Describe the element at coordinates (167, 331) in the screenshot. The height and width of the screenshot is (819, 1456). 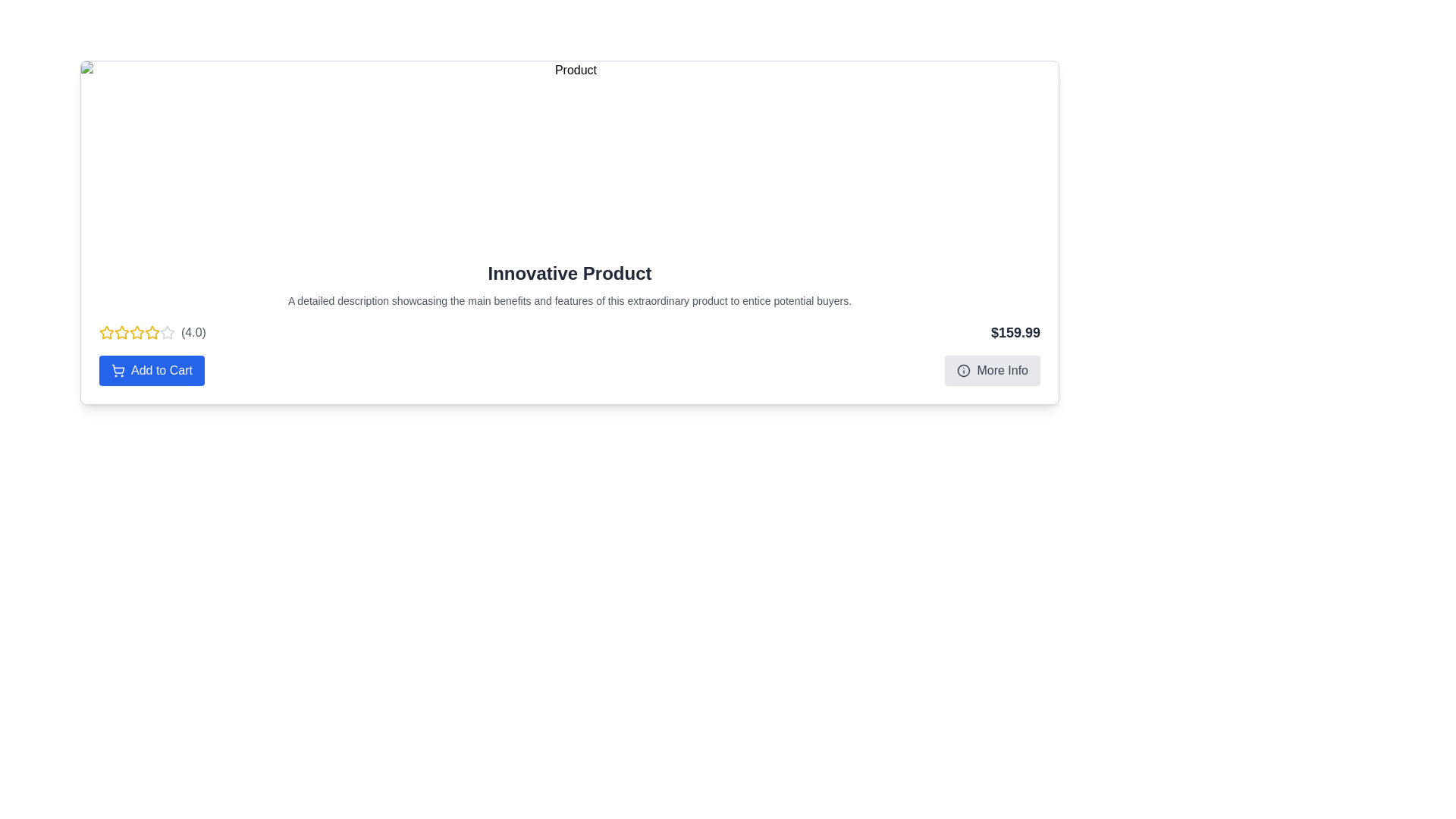
I see `the fourth star icon` at that location.